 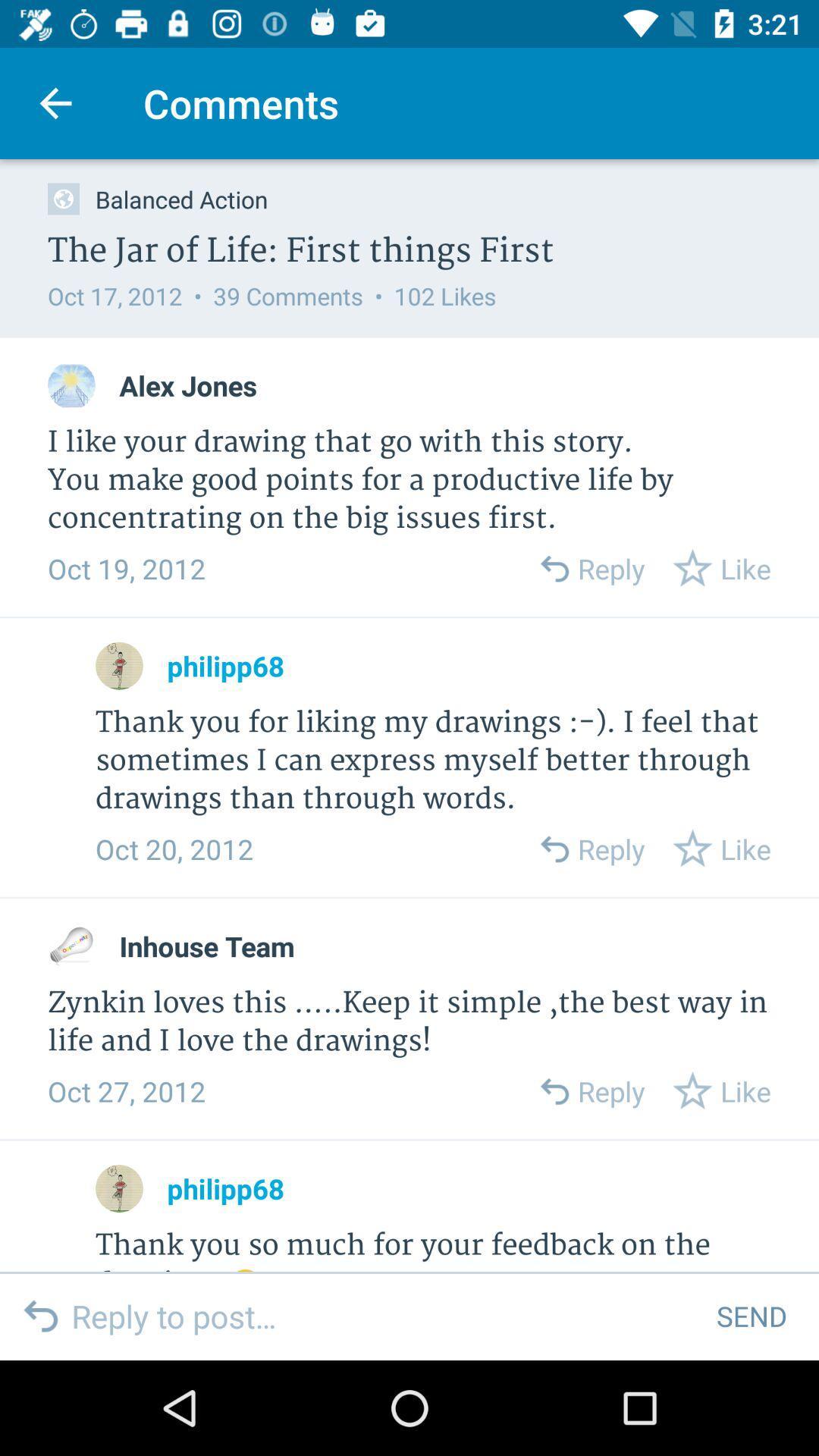 I want to click on the alex jones icon, so click(x=187, y=385).